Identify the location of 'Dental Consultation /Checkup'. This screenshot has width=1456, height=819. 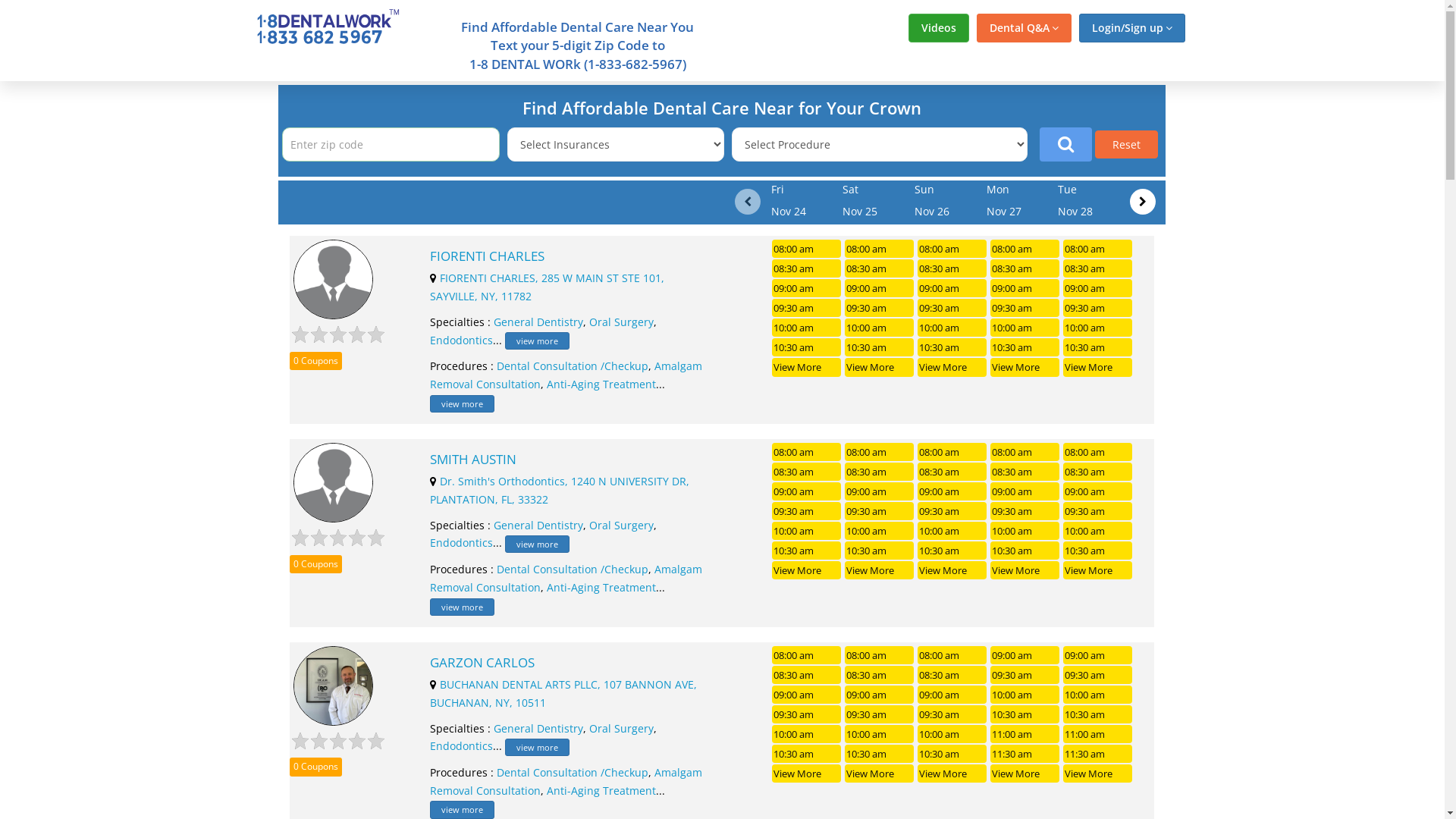
(571, 366).